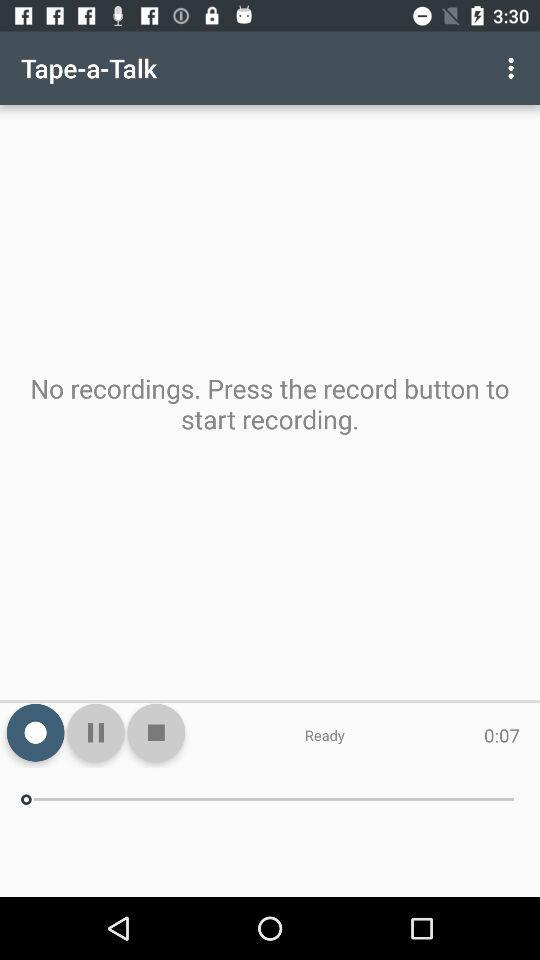 The image size is (540, 960). I want to click on the item to the left of ready icon, so click(155, 731).